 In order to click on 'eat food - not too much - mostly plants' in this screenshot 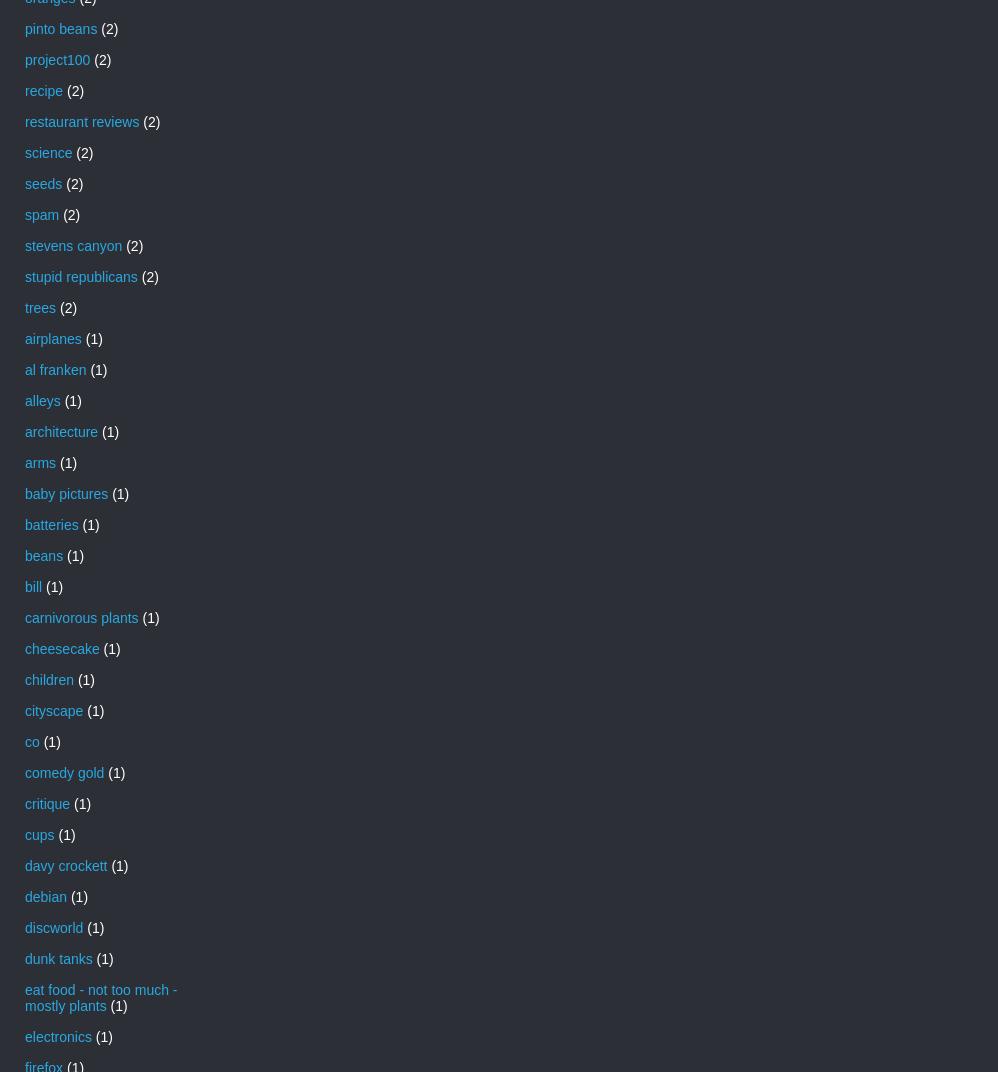, I will do `click(100, 995)`.